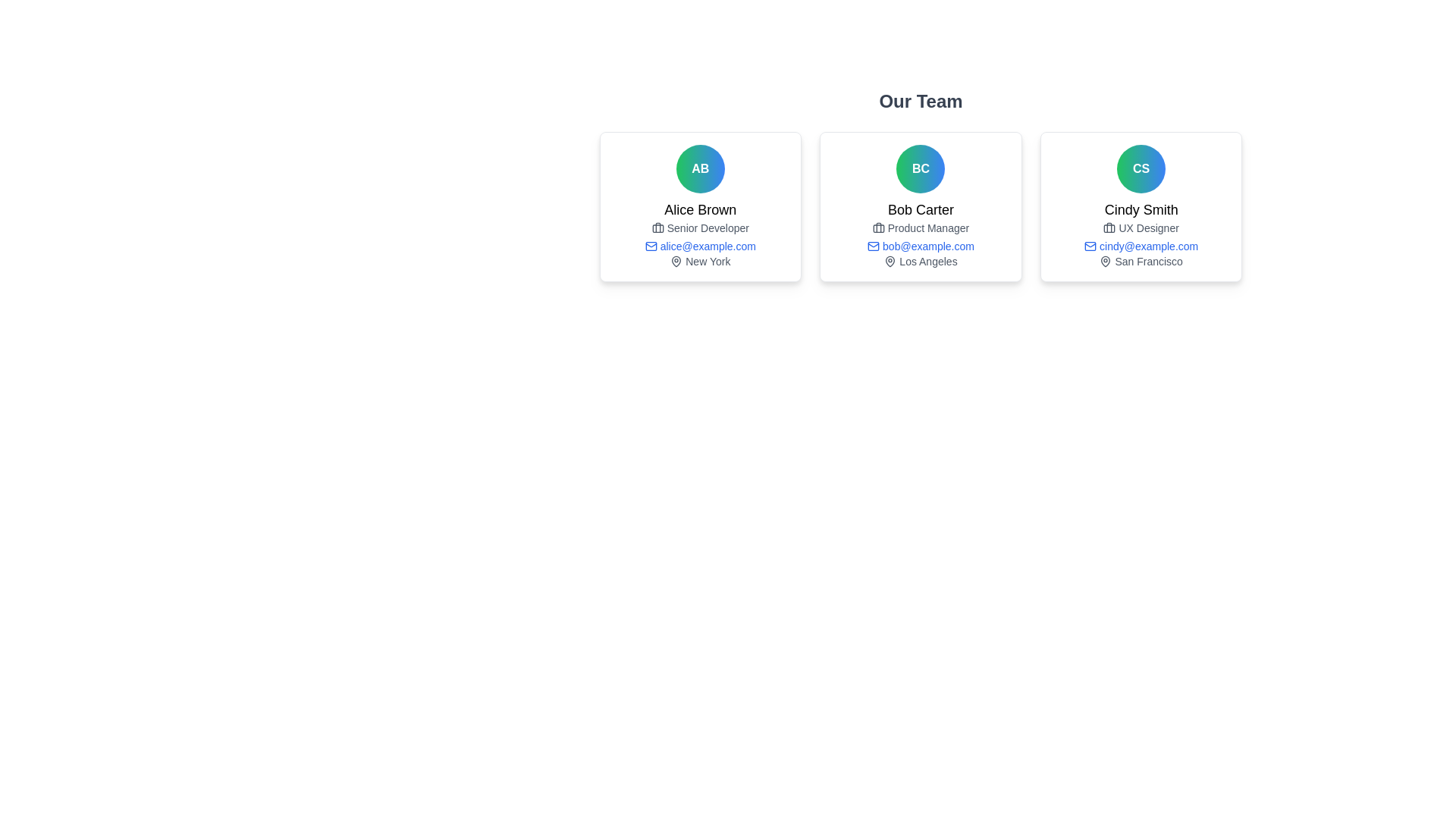 The image size is (1456, 819). Describe the element at coordinates (1141, 210) in the screenshot. I see `displayed text 'Cindy Smith' from the text label that is bold and larger, centrally positioned within the card for Cindy Smith, located below the circular avatar and above the job title 'UX Designer'` at that location.